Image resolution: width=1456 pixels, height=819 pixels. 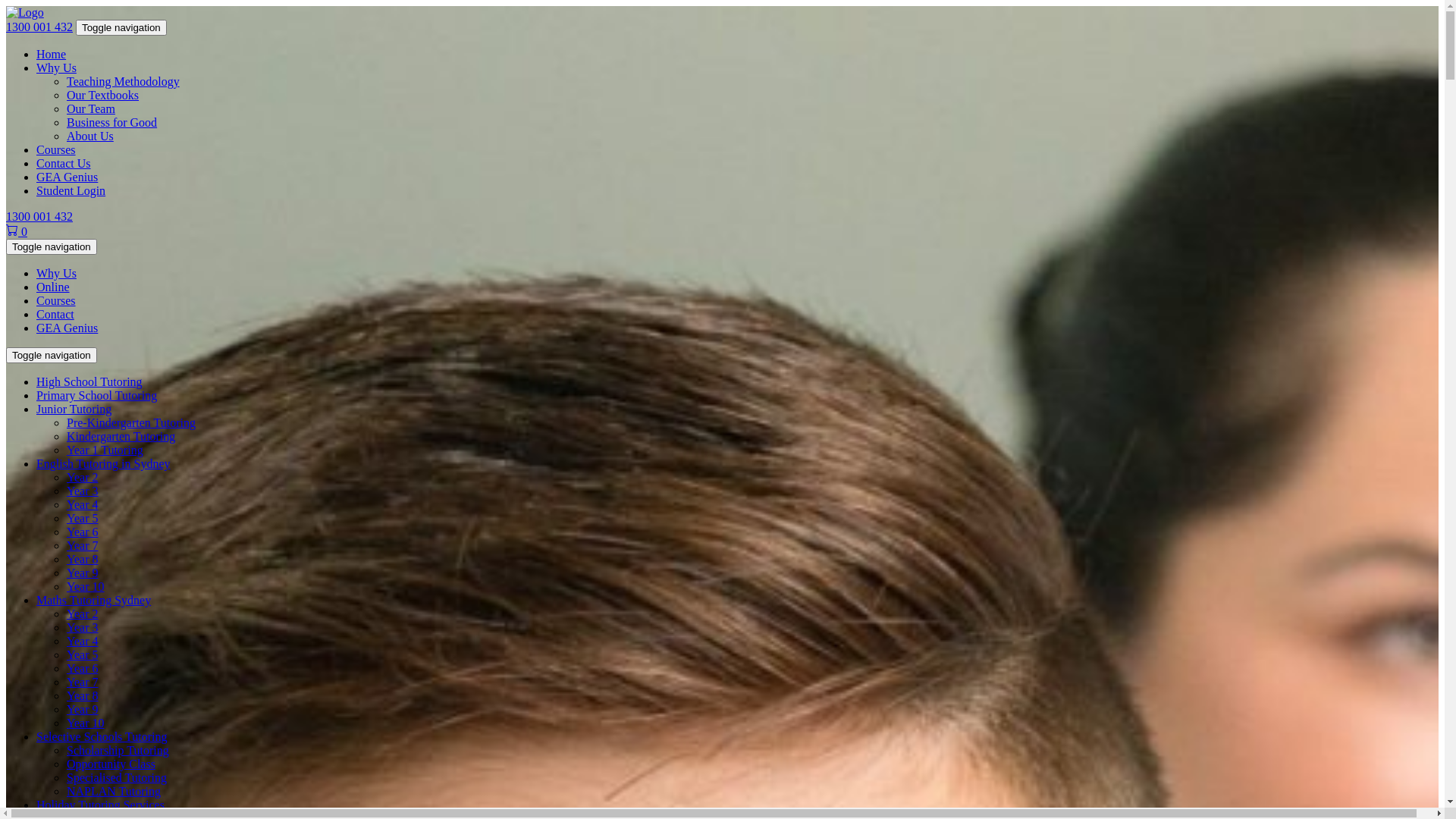 I want to click on 'Year 4', so click(x=65, y=641).